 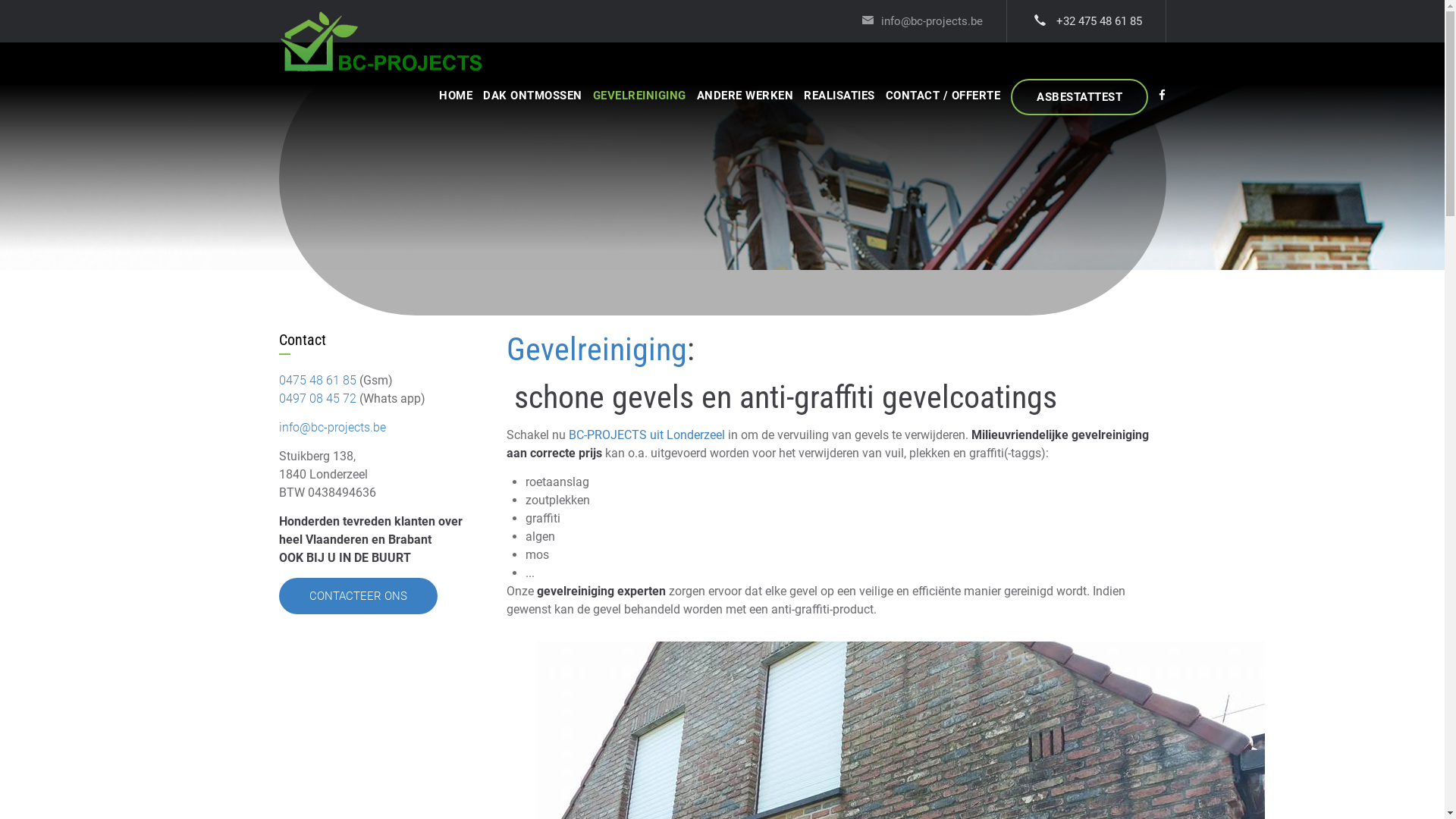 I want to click on 'HOME', so click(x=454, y=96).